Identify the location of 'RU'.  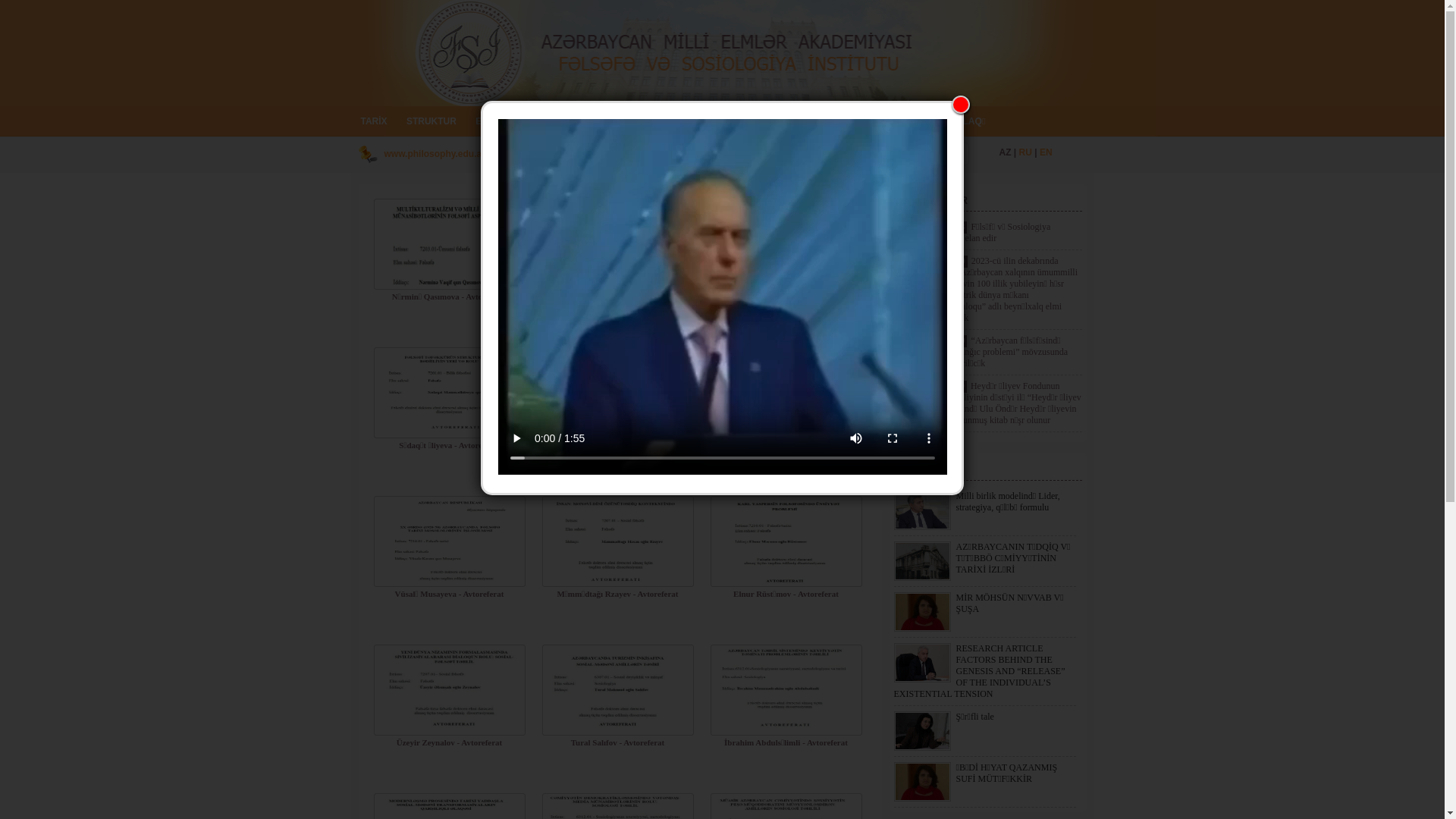
(1025, 152).